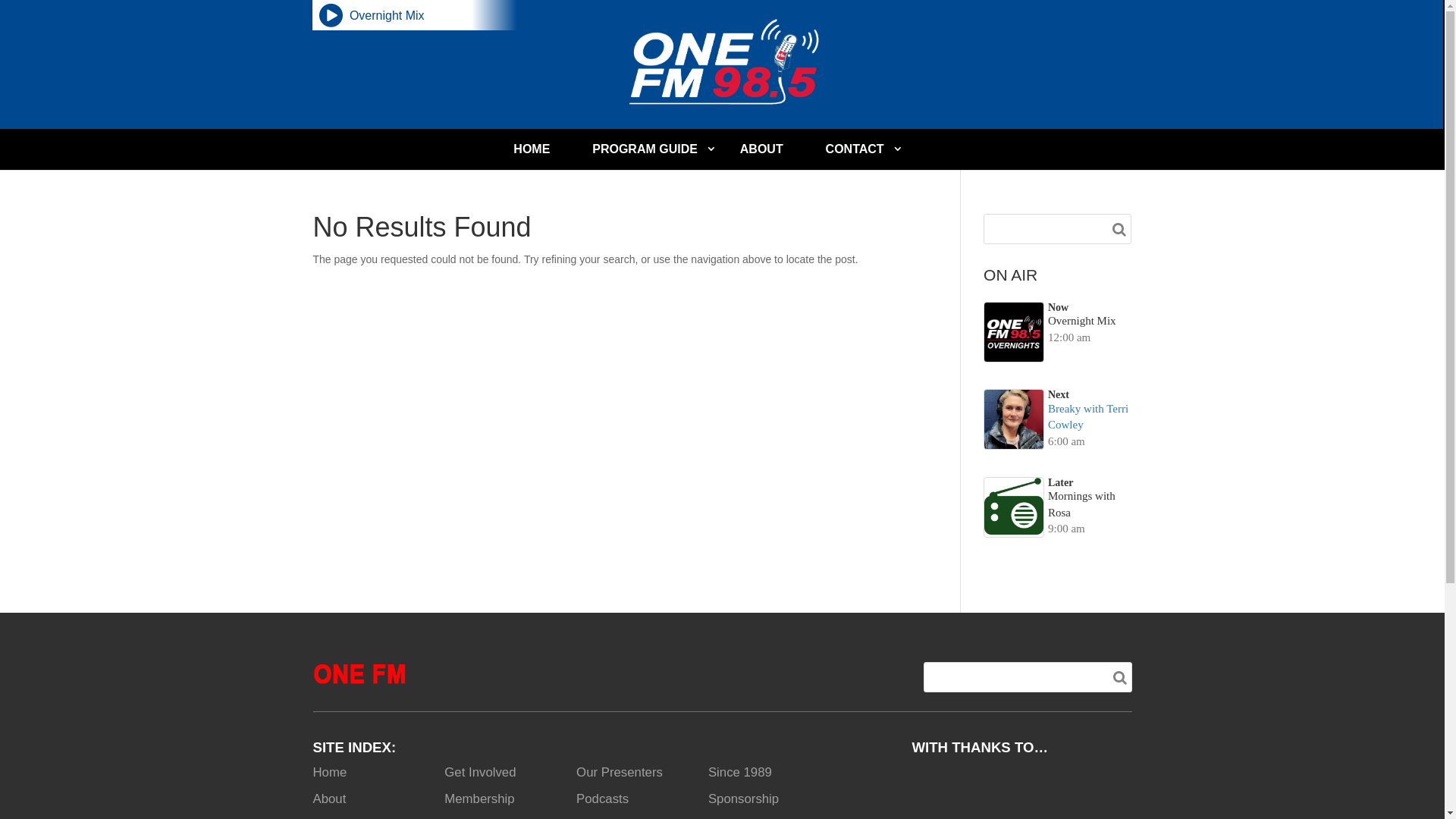 This screenshot has width=1456, height=819. I want to click on 'PROGRAM GUIDE', so click(645, 149).